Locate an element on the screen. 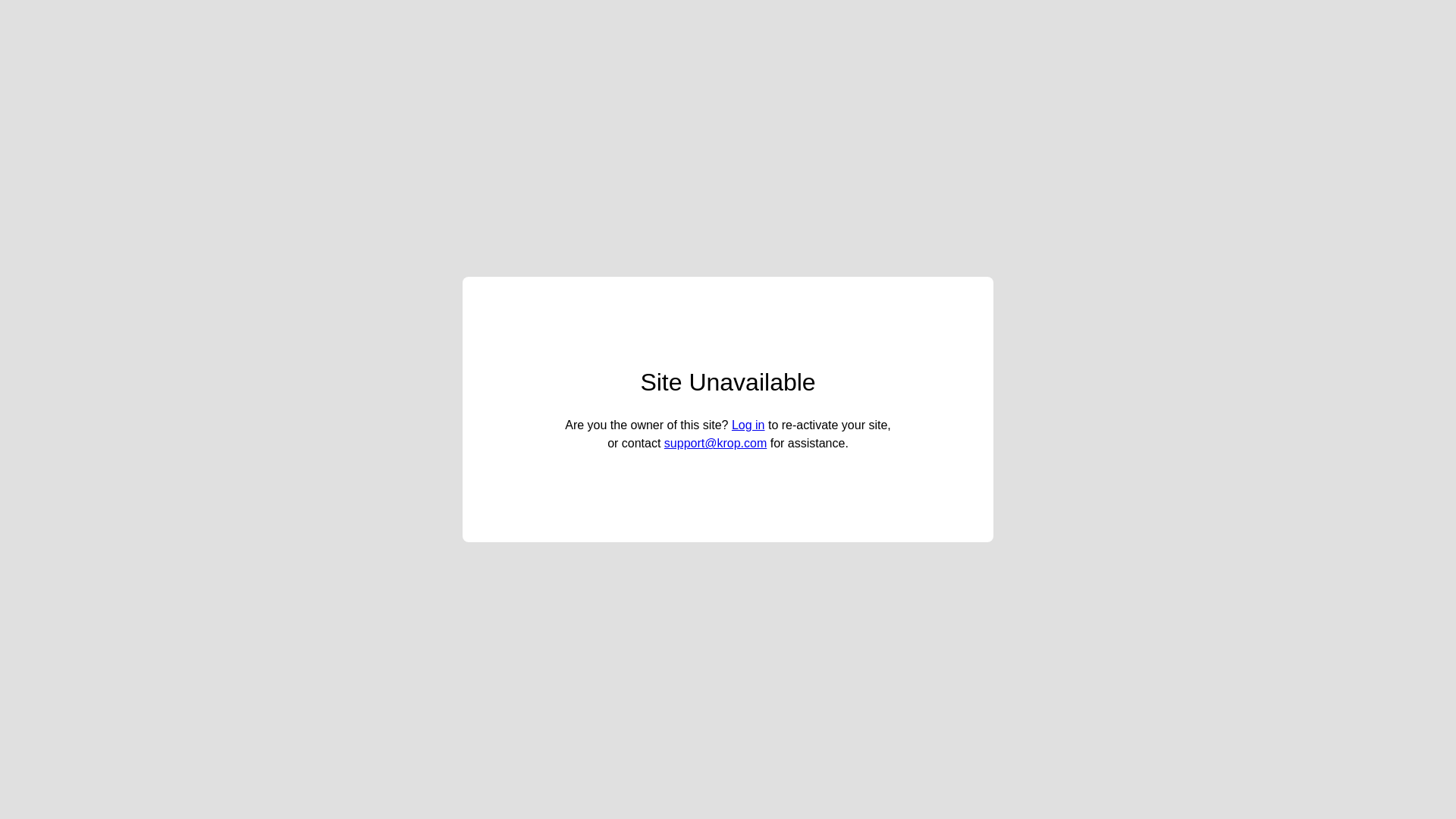 This screenshot has height=819, width=1456. 'support@krop.com' is located at coordinates (664, 443).